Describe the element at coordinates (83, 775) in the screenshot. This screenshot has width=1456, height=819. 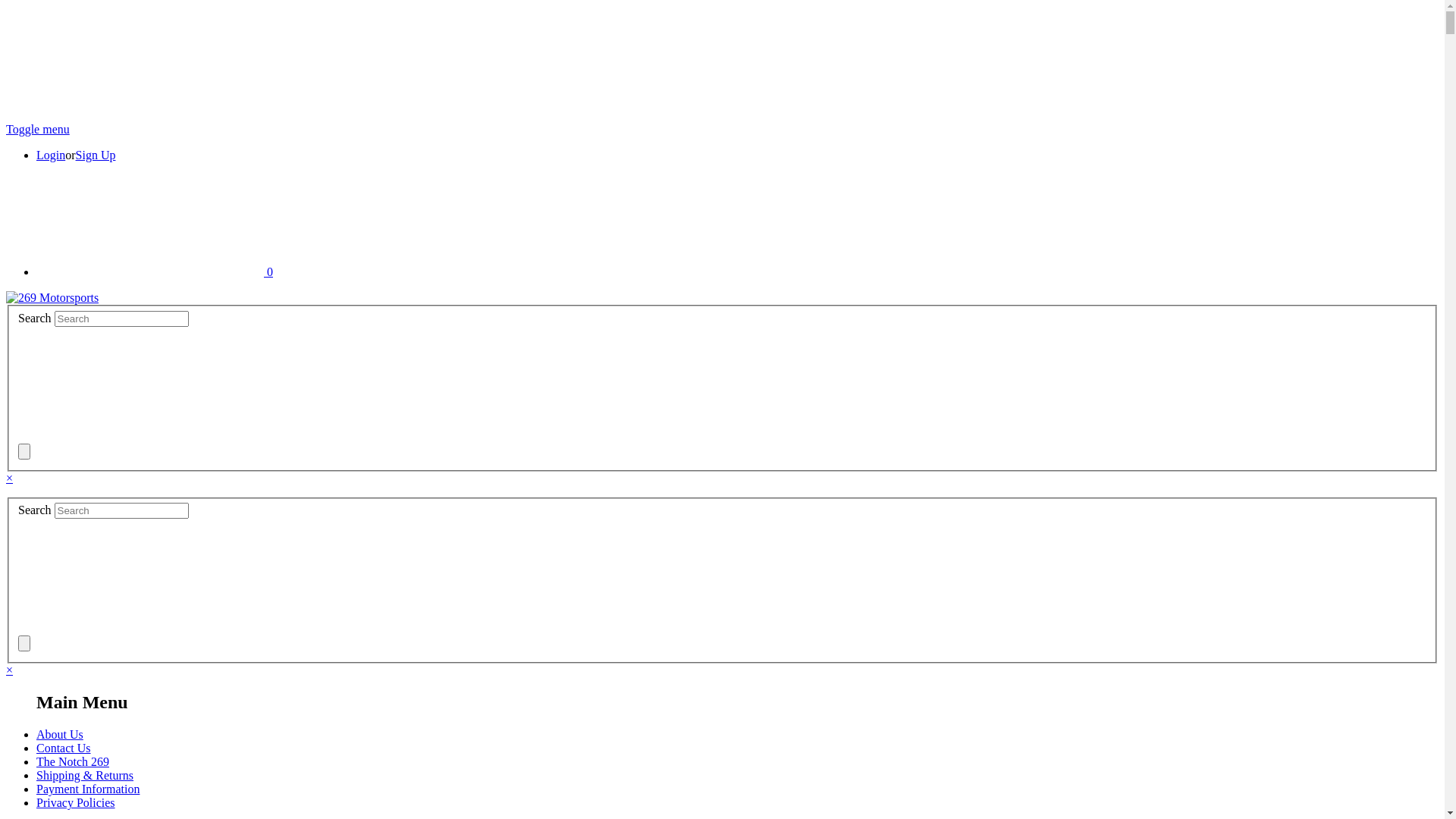
I see `'Shipping & Returns'` at that location.